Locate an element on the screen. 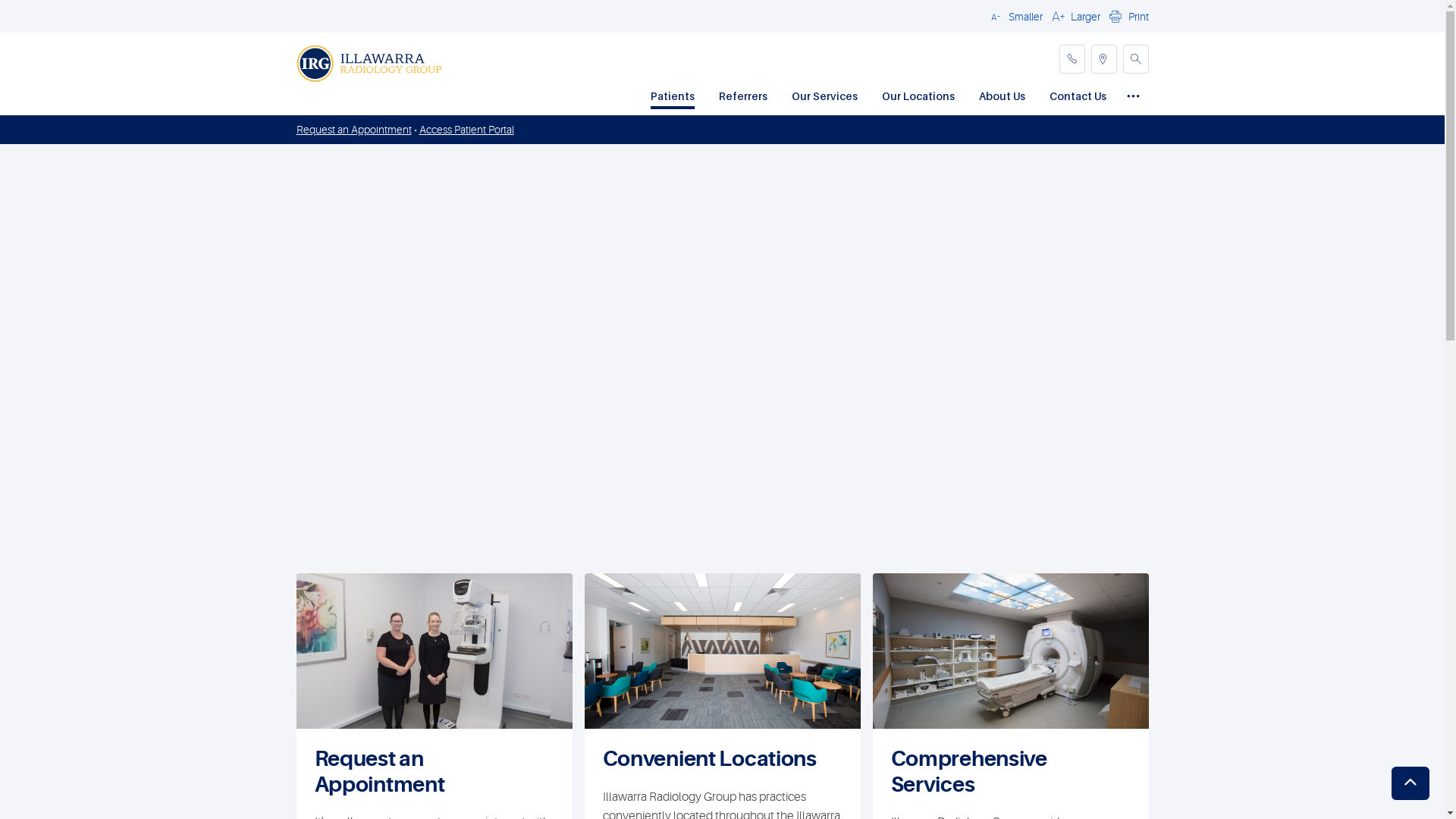 This screenshot has width=1456, height=819. 'Contact Us' is located at coordinates (1077, 97).